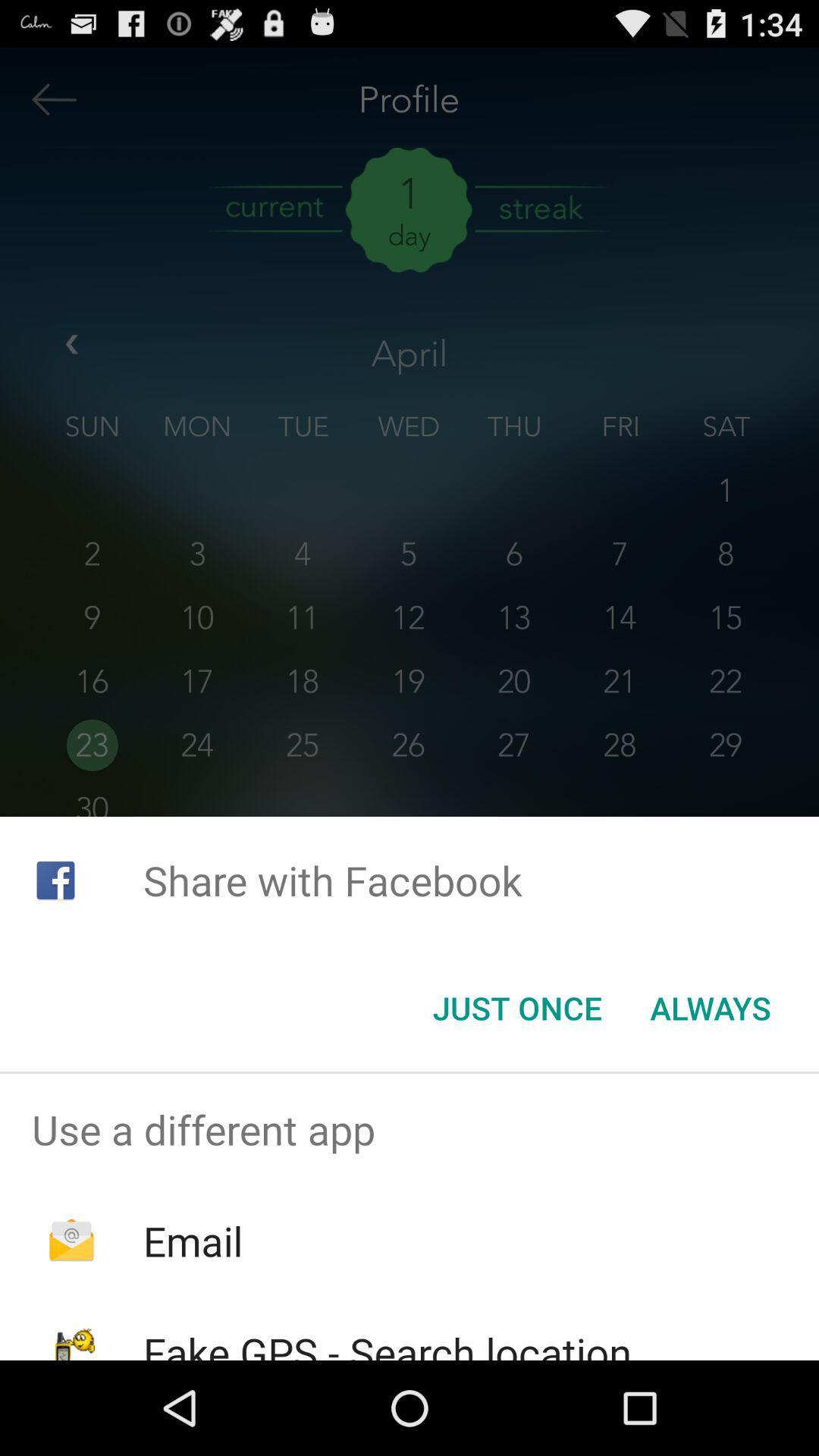 The height and width of the screenshot is (1456, 819). Describe the element at coordinates (387, 1342) in the screenshot. I see `the fake gps search` at that location.